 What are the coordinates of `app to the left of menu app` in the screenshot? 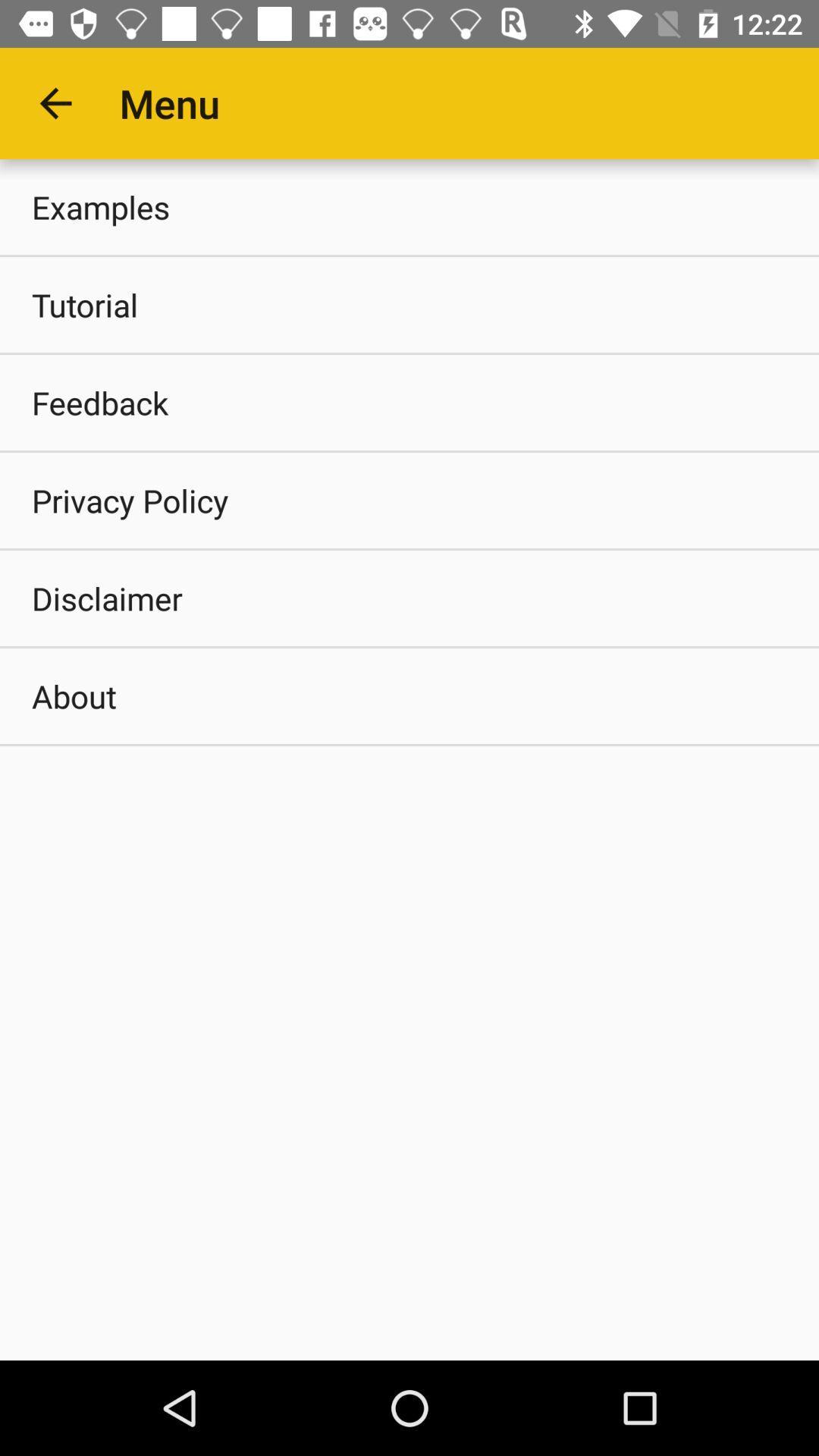 It's located at (55, 102).